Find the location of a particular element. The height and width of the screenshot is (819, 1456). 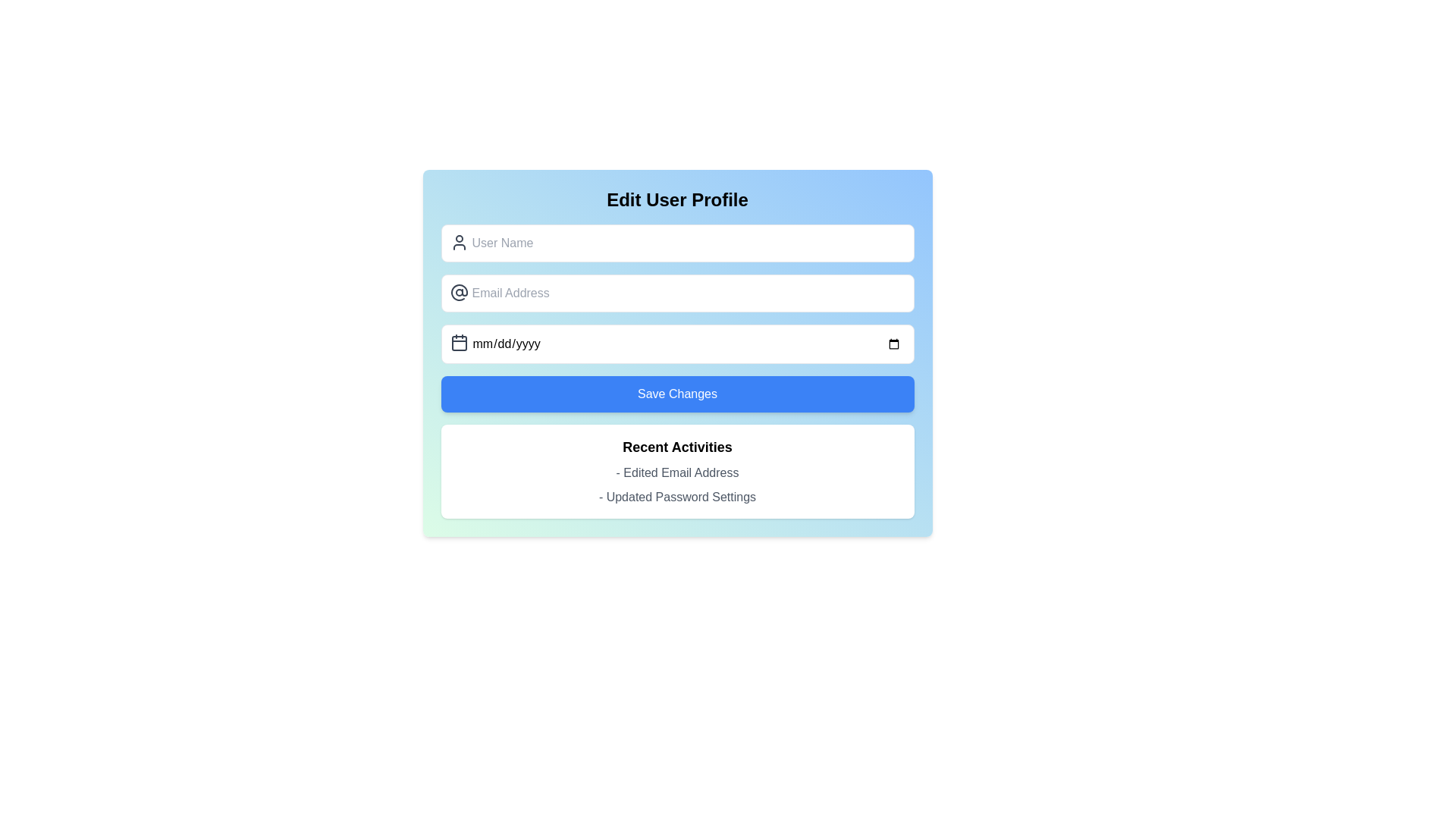

text label at the top of the user profile edit section, which indicates the purpose of the page is located at coordinates (676, 199).